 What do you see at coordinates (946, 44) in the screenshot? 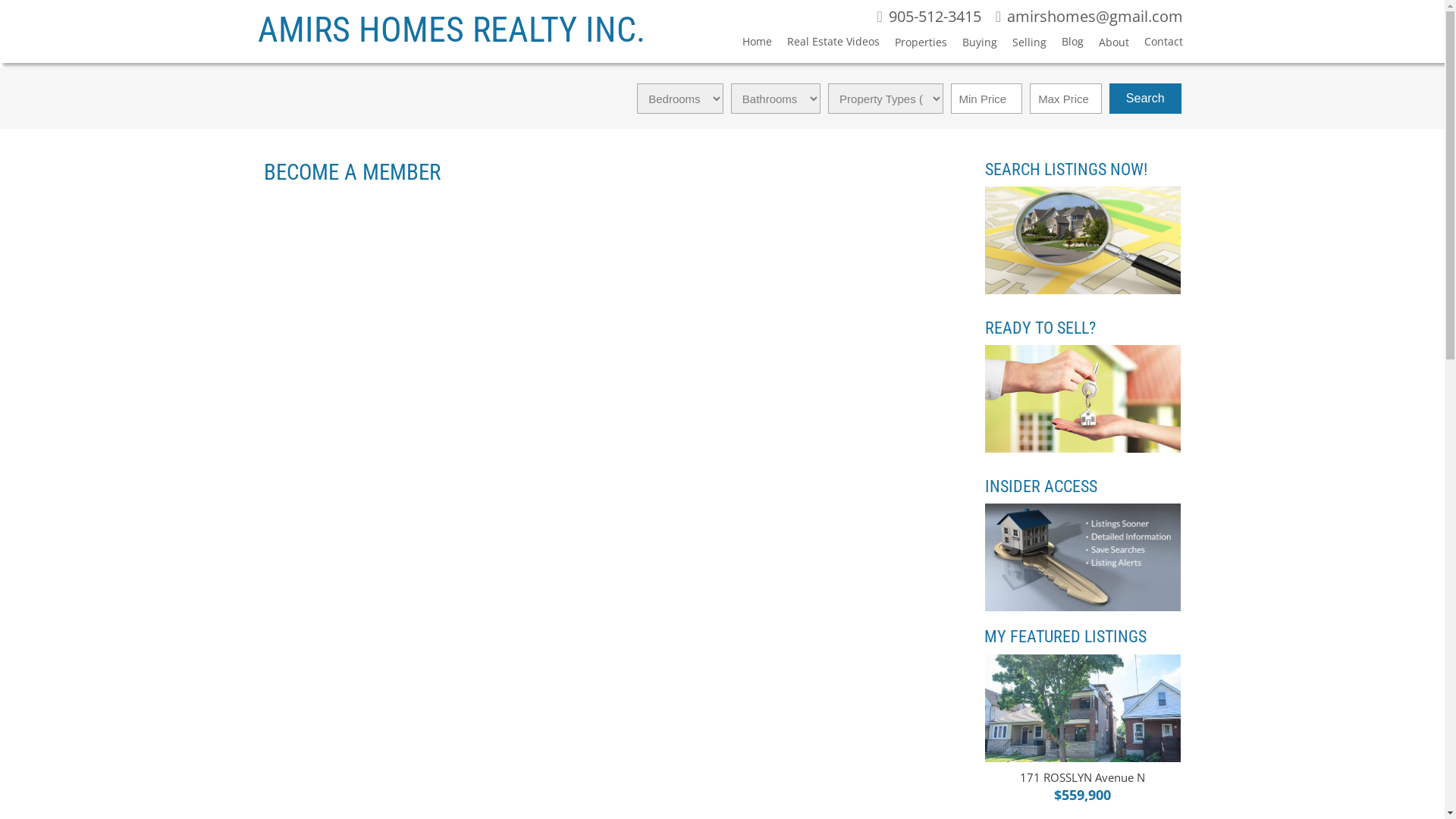
I see `'Buying'` at bounding box center [946, 44].